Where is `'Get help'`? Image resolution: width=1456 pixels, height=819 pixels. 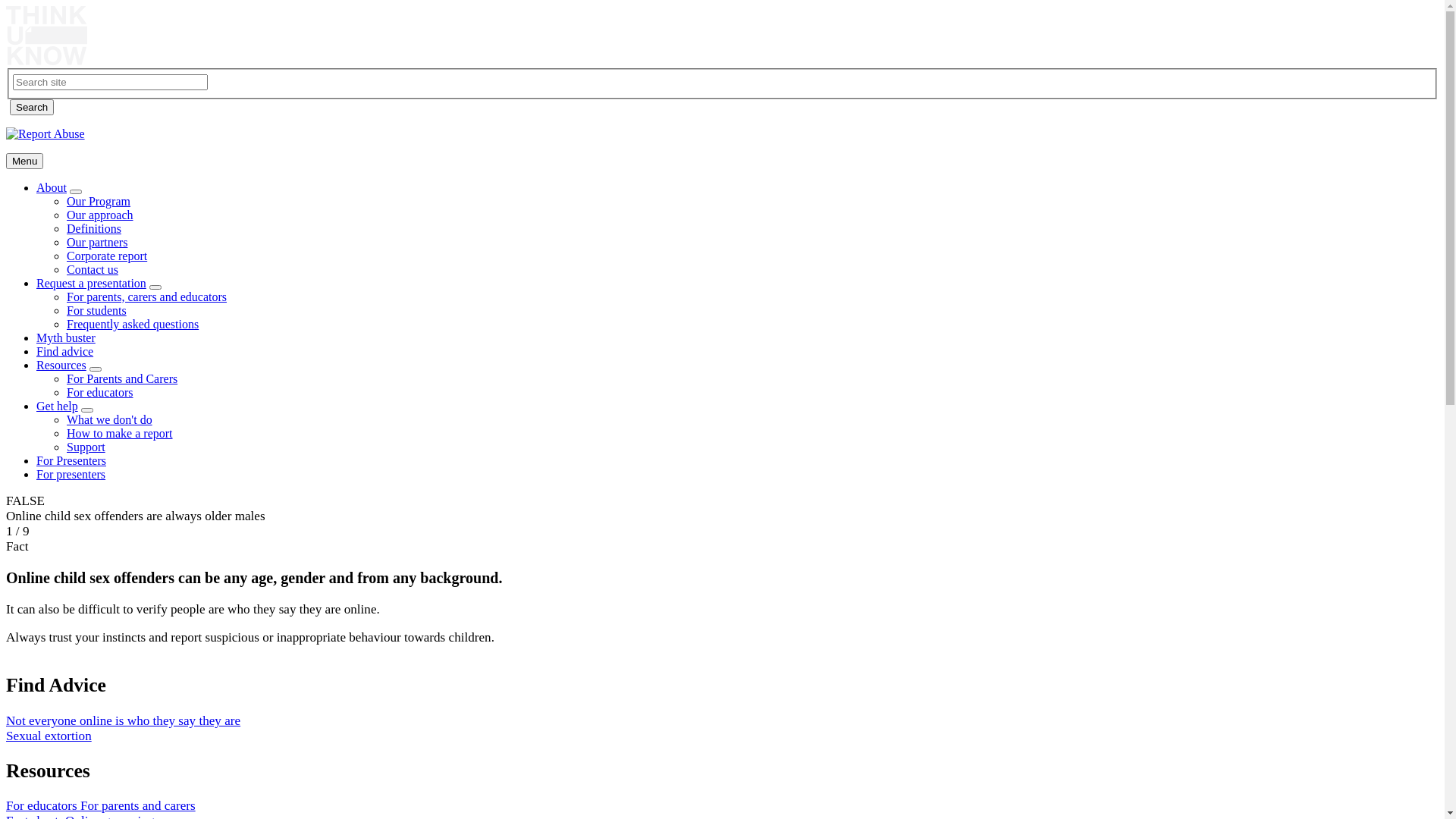
'Get help' is located at coordinates (57, 405).